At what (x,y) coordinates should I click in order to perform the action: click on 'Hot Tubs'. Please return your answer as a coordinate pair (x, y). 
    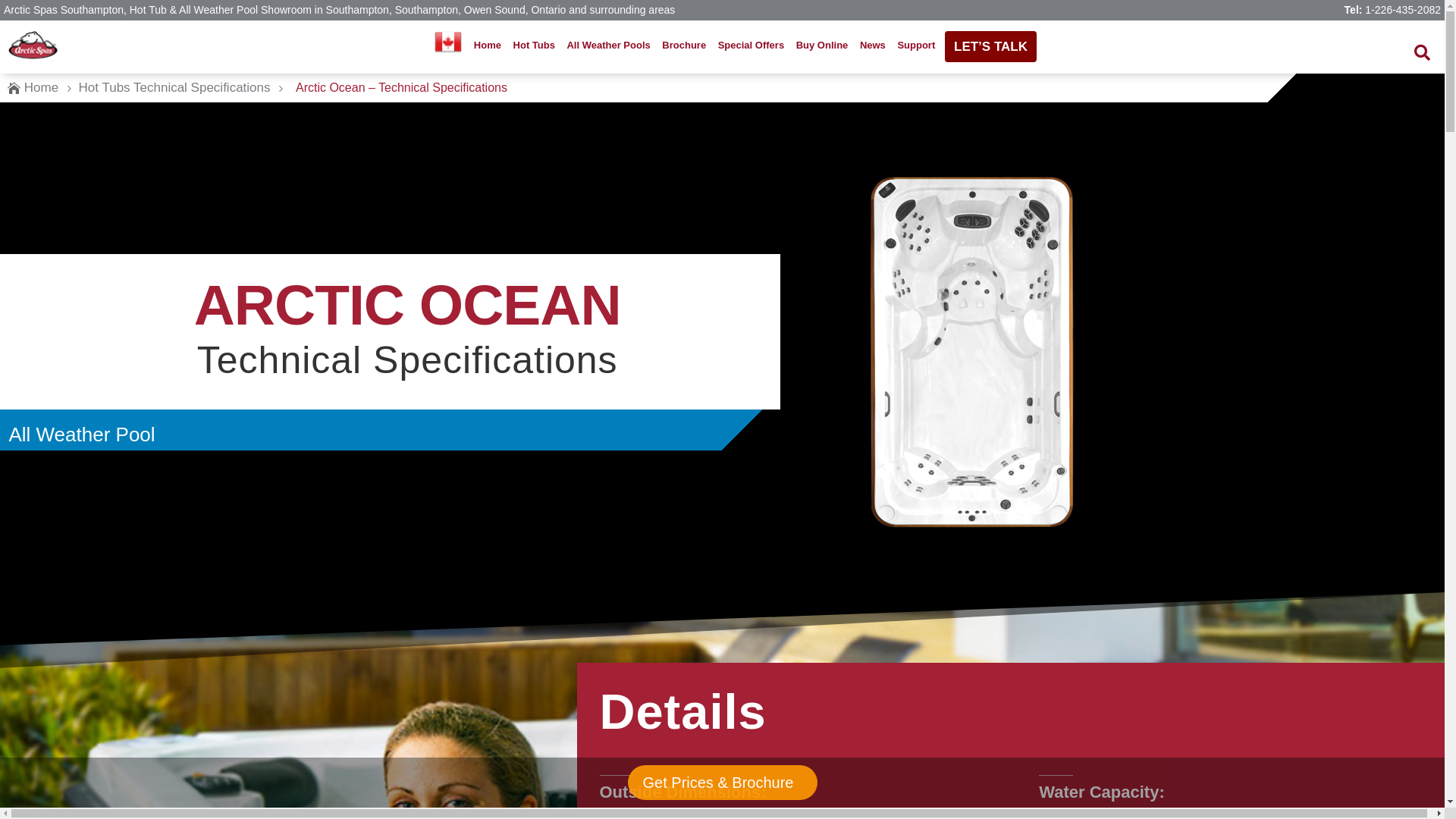
    Looking at the image, I should click on (534, 44).